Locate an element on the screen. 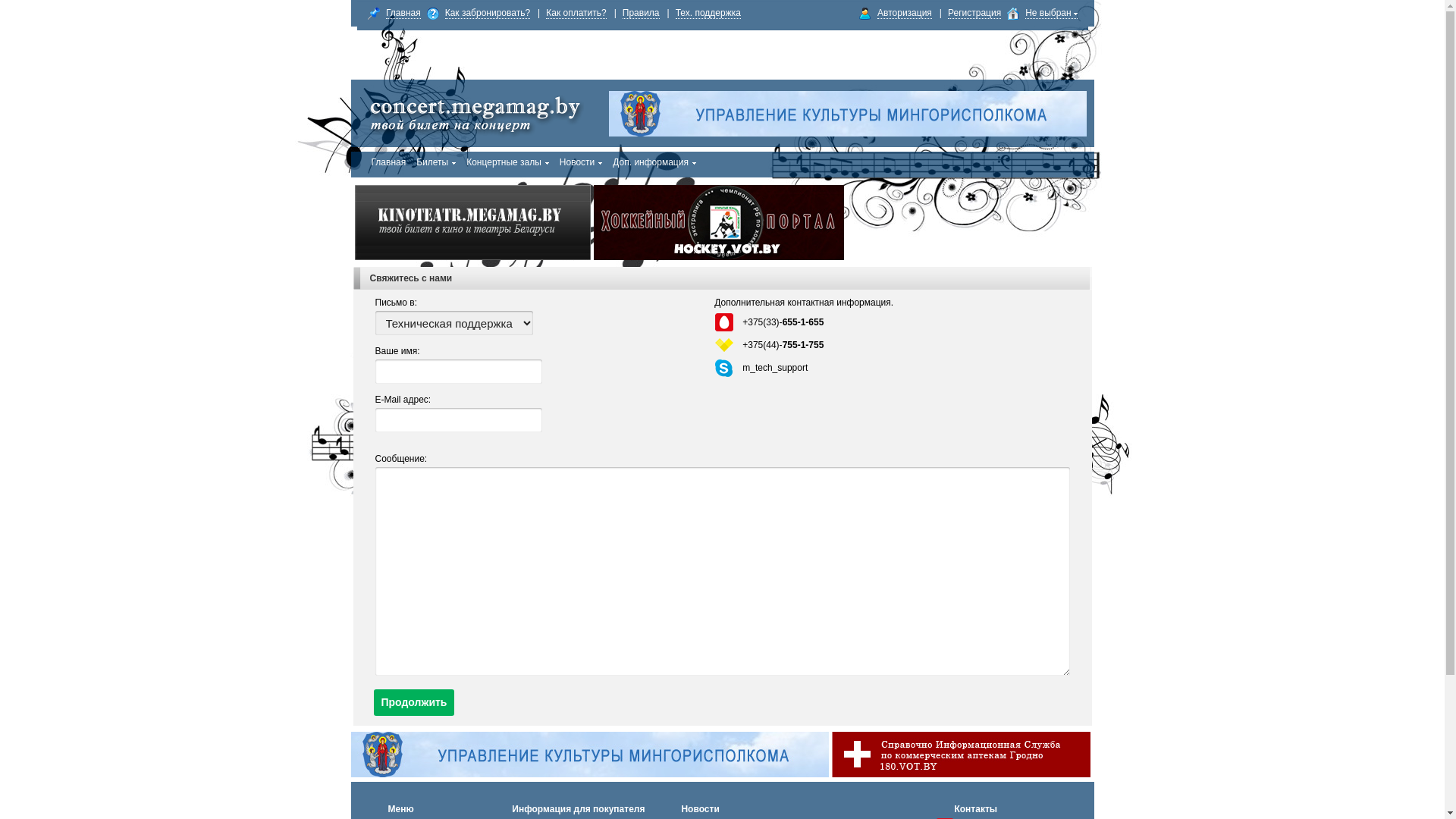 The image size is (1456, 819). ' hockey.vot.by ' is located at coordinates (592, 222).